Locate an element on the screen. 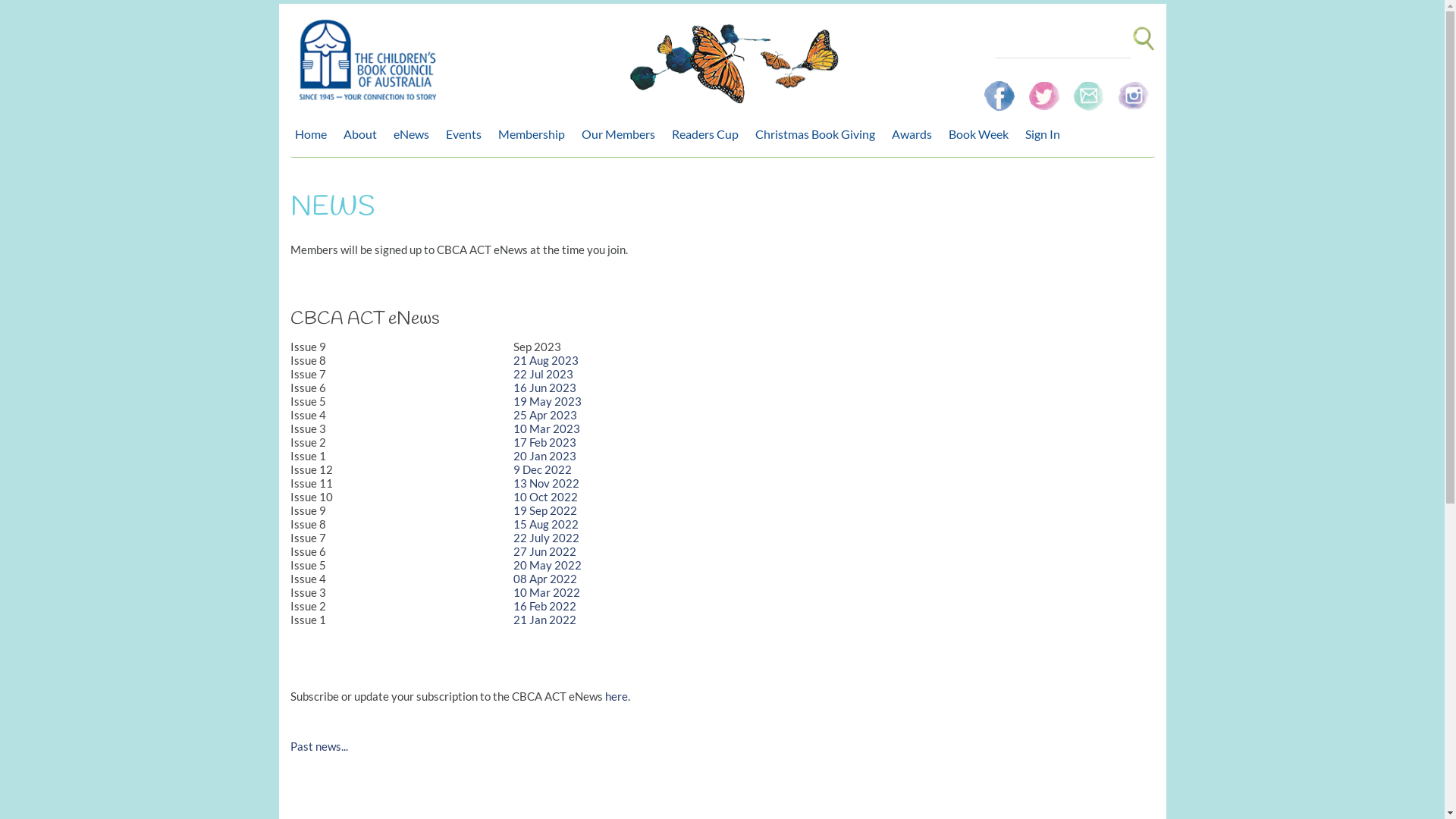 Image resolution: width=1456 pixels, height=819 pixels. 'Past news...' is located at coordinates (318, 745).